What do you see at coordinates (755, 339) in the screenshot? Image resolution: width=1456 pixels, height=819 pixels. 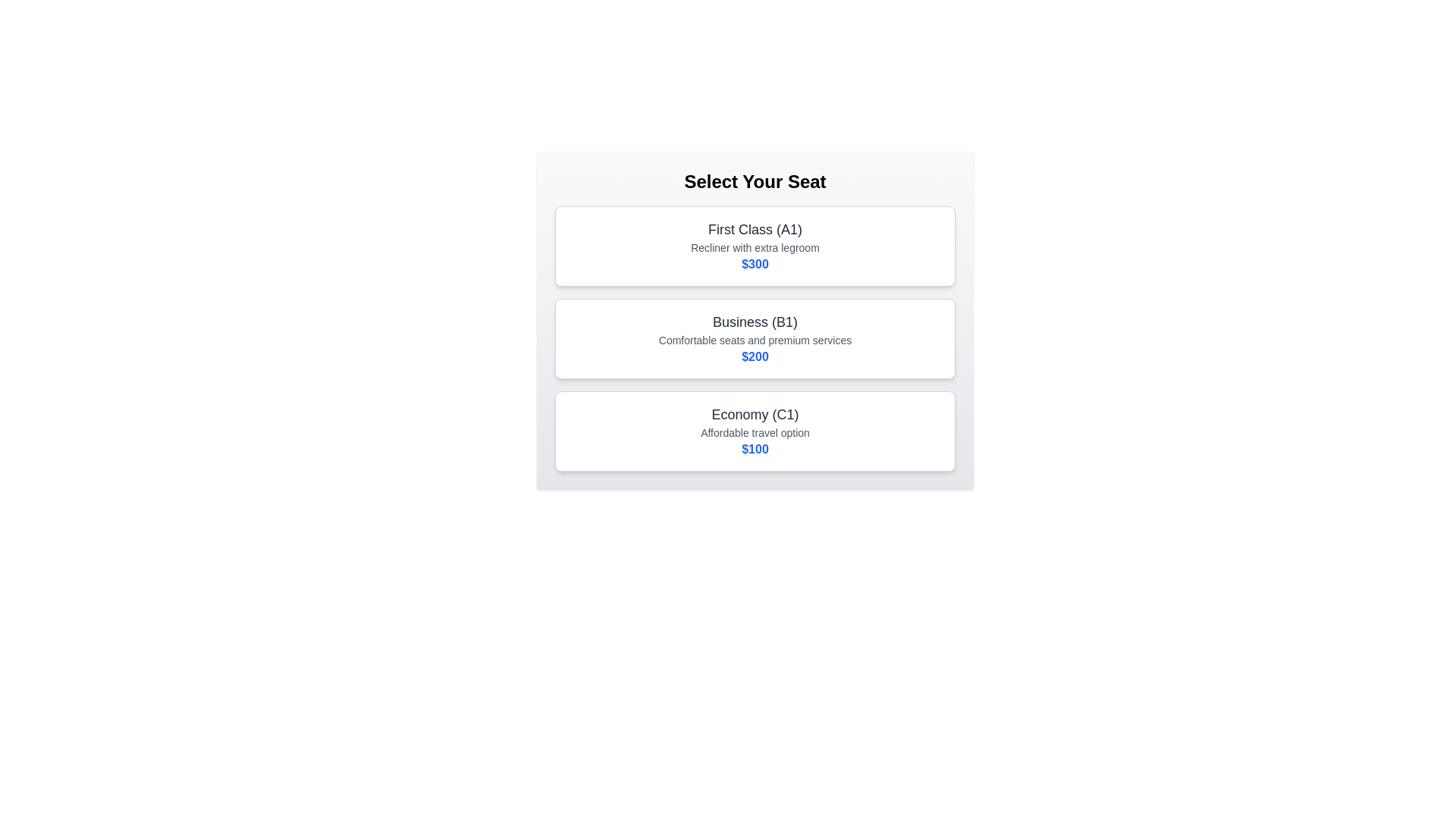 I see `the text label reading 'Comfortable seats and premium services' which is located below the title 'Business (B1)' and above the price '$200', positioned centrally in the middle option of the three seat class selection boxes` at bounding box center [755, 339].